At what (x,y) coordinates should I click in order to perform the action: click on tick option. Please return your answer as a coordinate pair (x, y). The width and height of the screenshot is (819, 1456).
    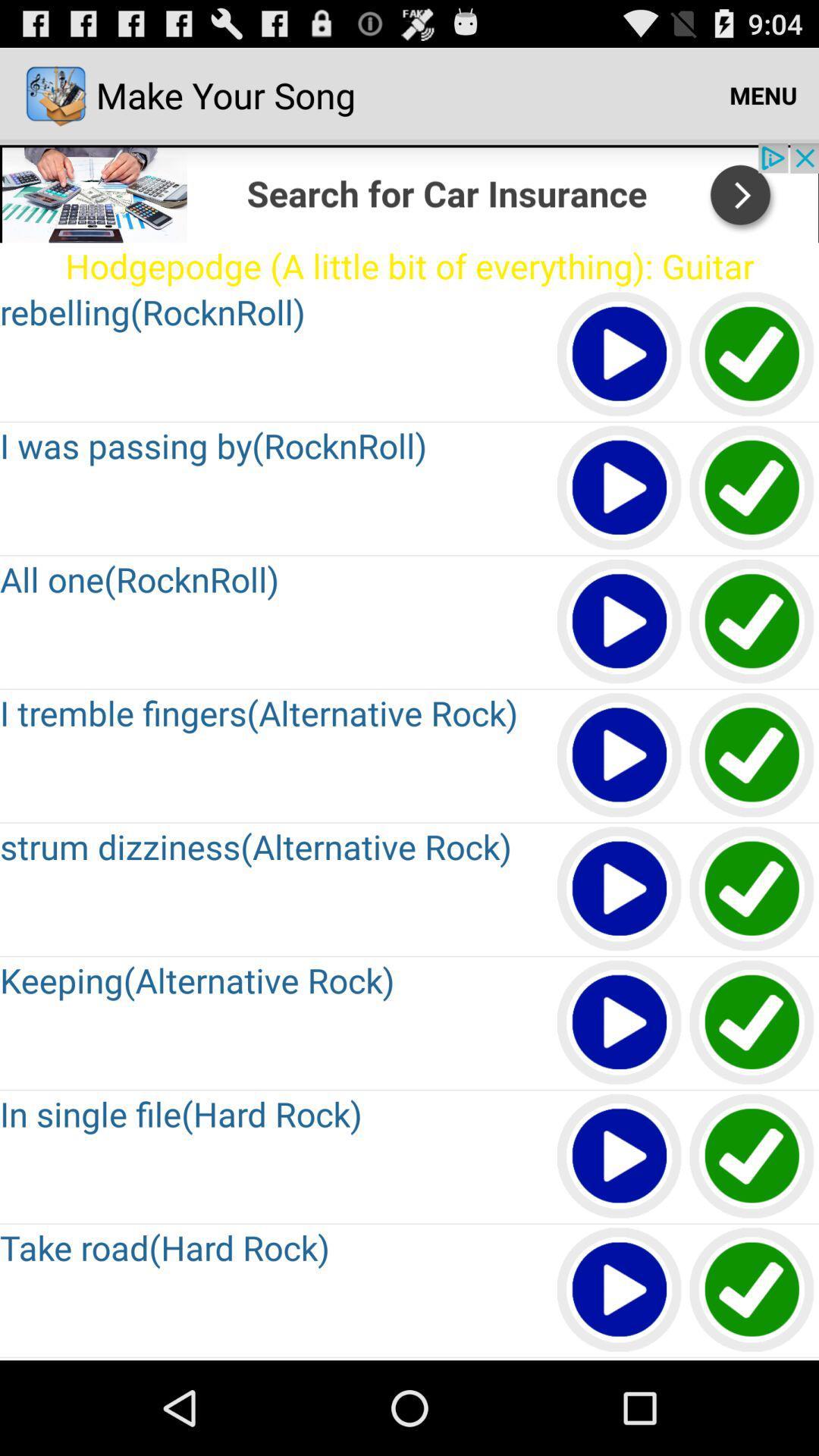
    Looking at the image, I should click on (752, 1156).